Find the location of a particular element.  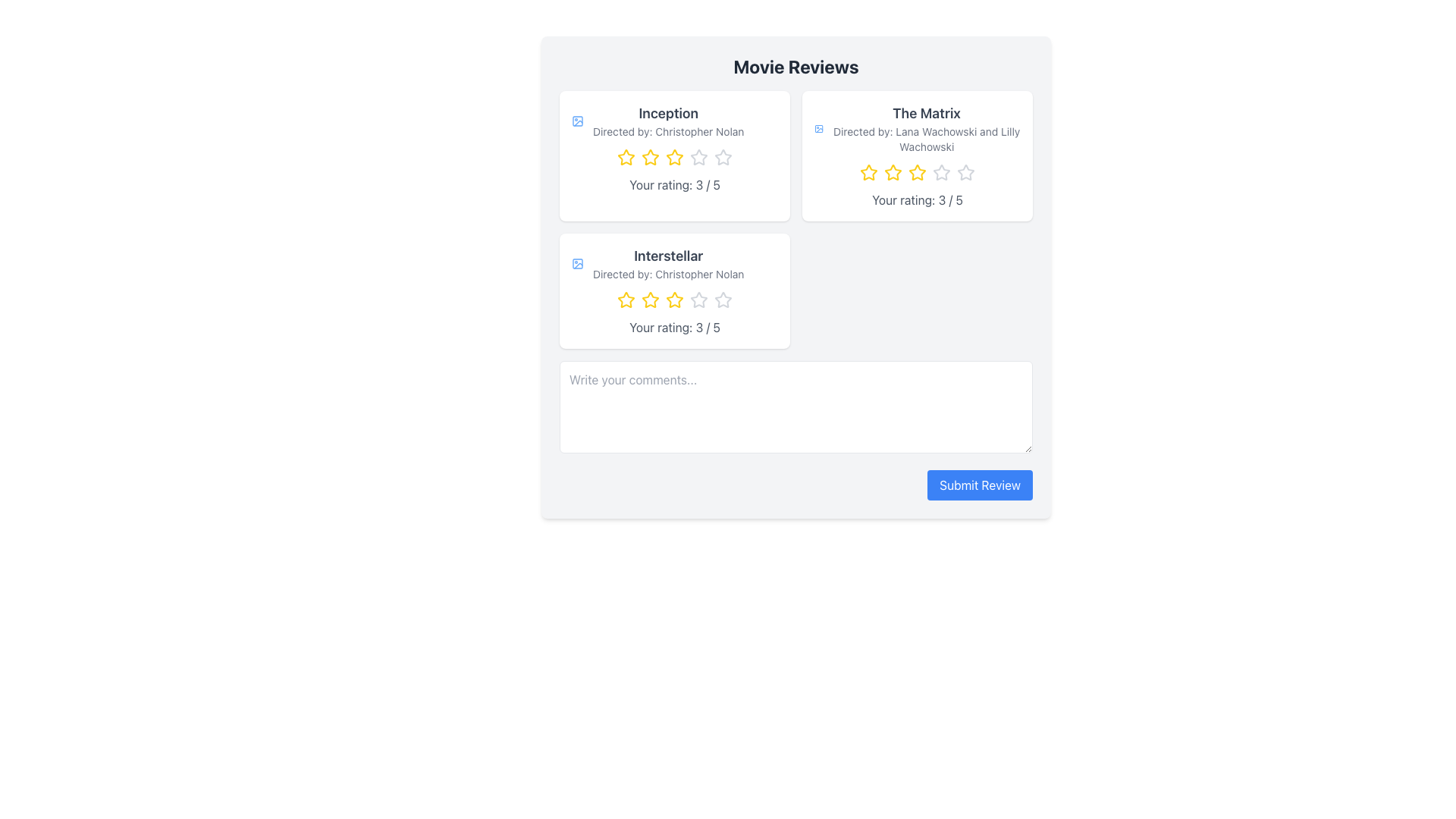

the icon representing the image associated with 'The Matrix' located at the top left corner of the card is located at coordinates (818, 127).